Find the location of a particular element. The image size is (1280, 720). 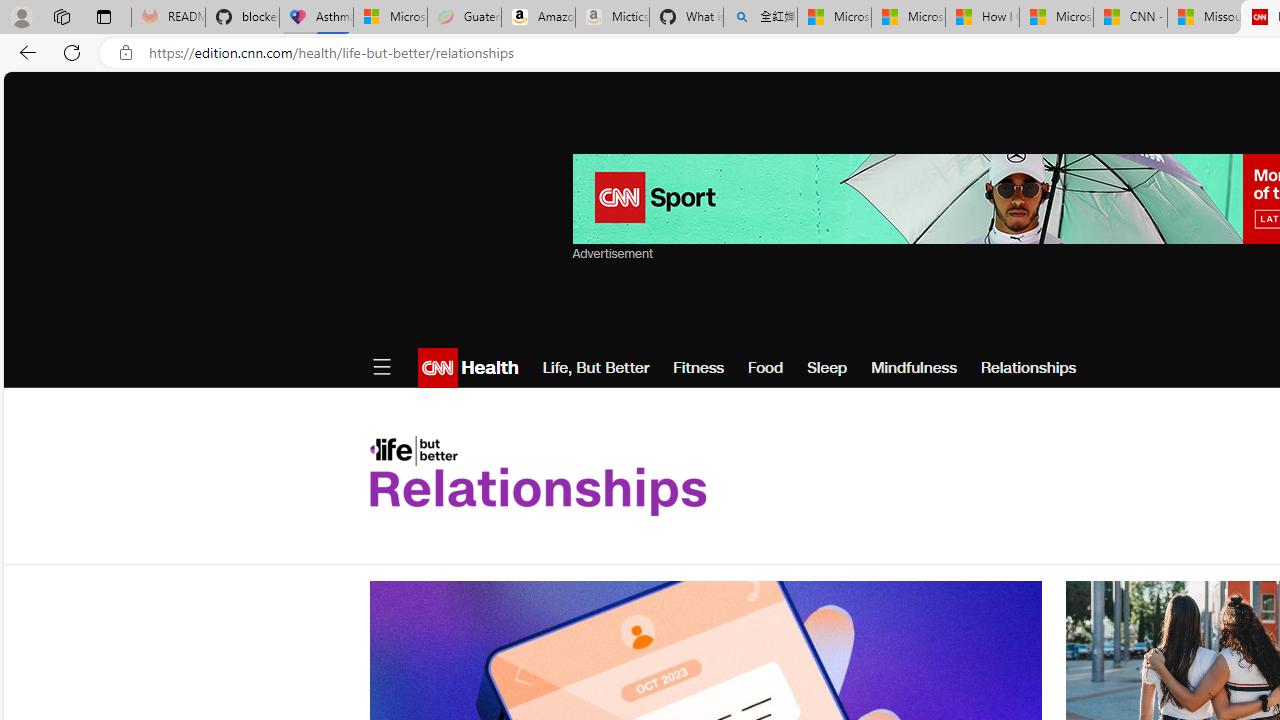

'Sleep' is located at coordinates (826, 367).